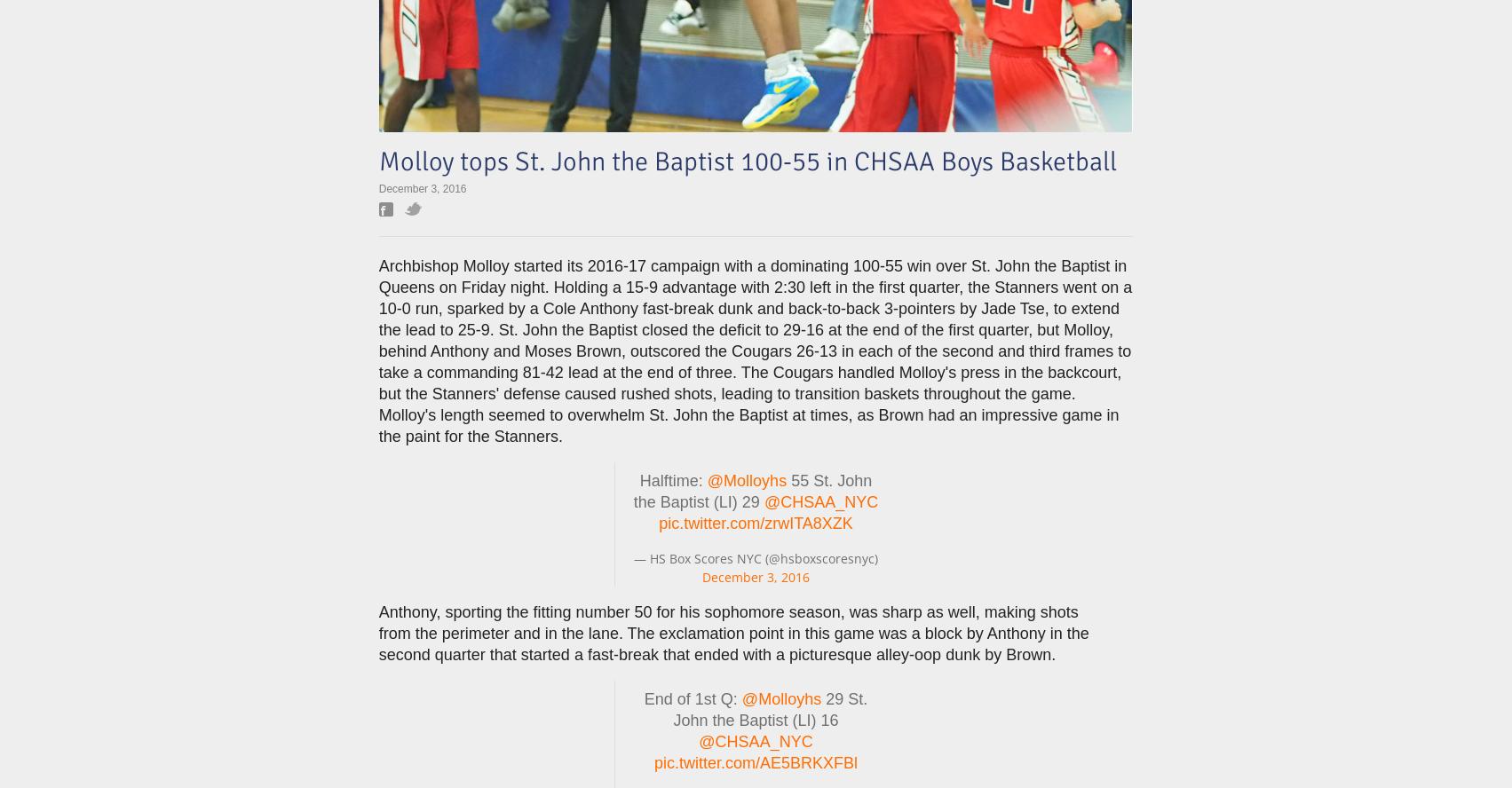 This screenshot has width=1512, height=788. Describe the element at coordinates (673, 480) in the screenshot. I see `'Halftime:'` at that location.